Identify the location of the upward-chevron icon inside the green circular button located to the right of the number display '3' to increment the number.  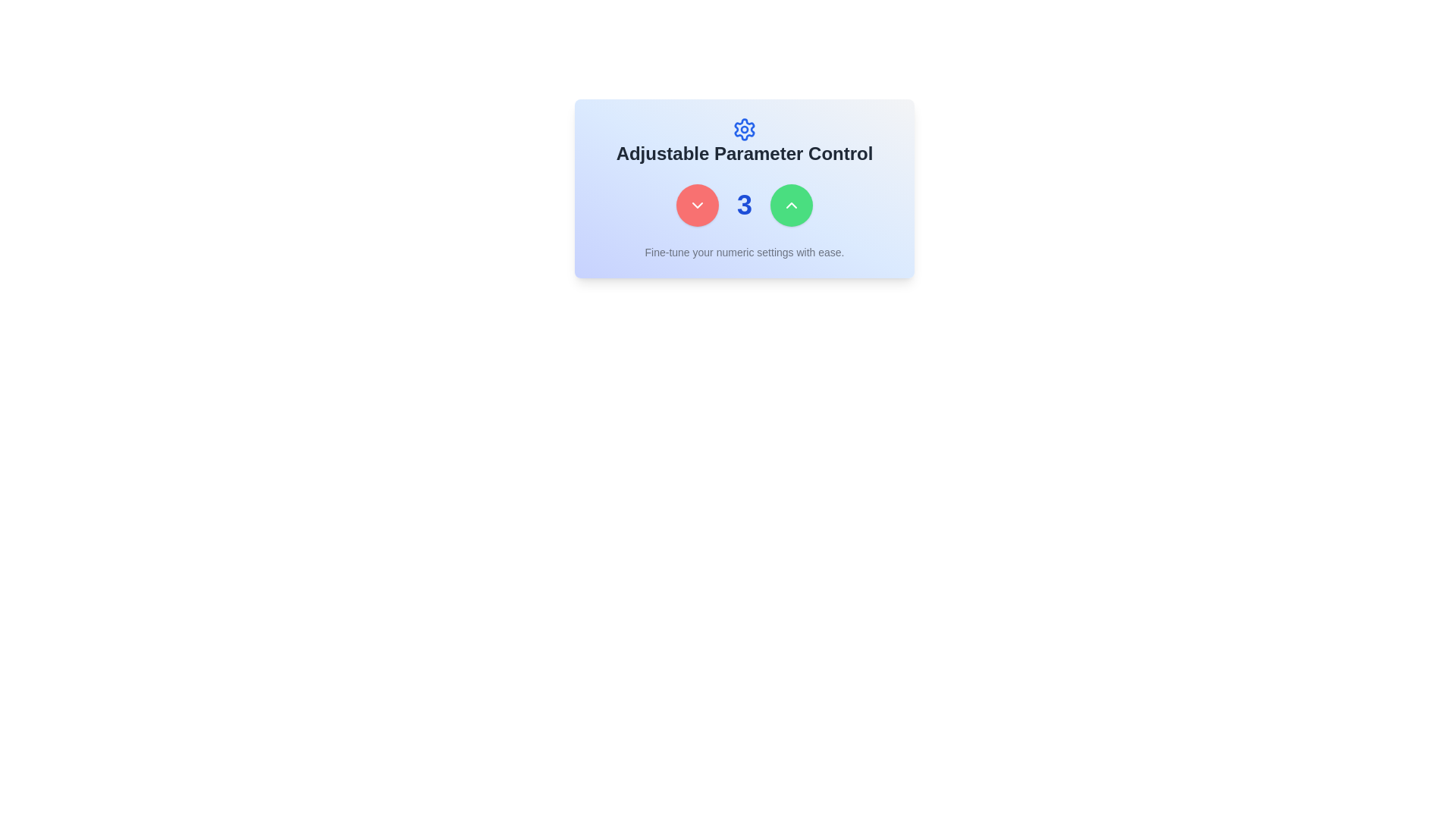
(791, 205).